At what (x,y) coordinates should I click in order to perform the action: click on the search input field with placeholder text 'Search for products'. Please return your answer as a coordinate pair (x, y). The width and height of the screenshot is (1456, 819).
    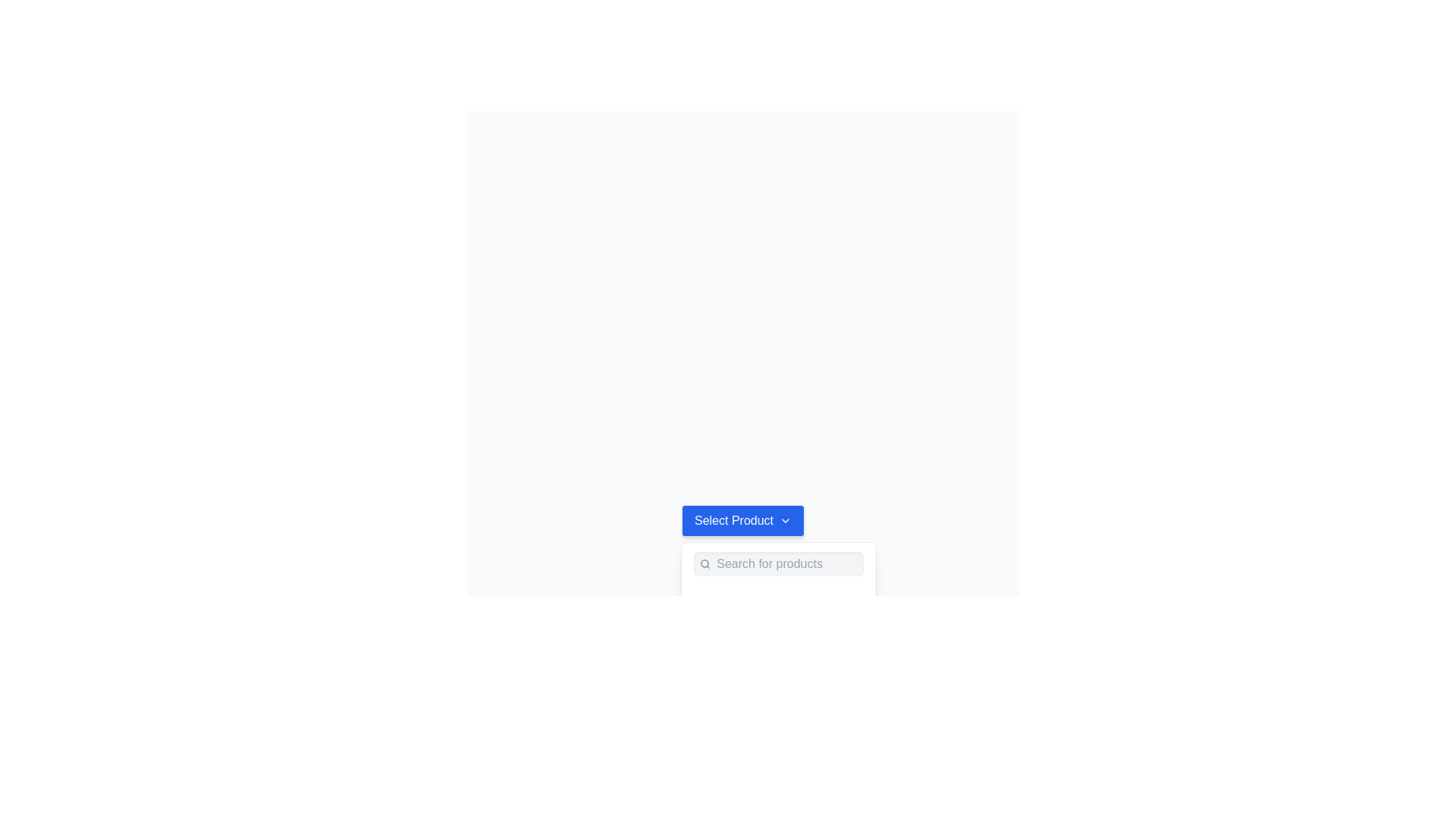
    Looking at the image, I should click on (786, 564).